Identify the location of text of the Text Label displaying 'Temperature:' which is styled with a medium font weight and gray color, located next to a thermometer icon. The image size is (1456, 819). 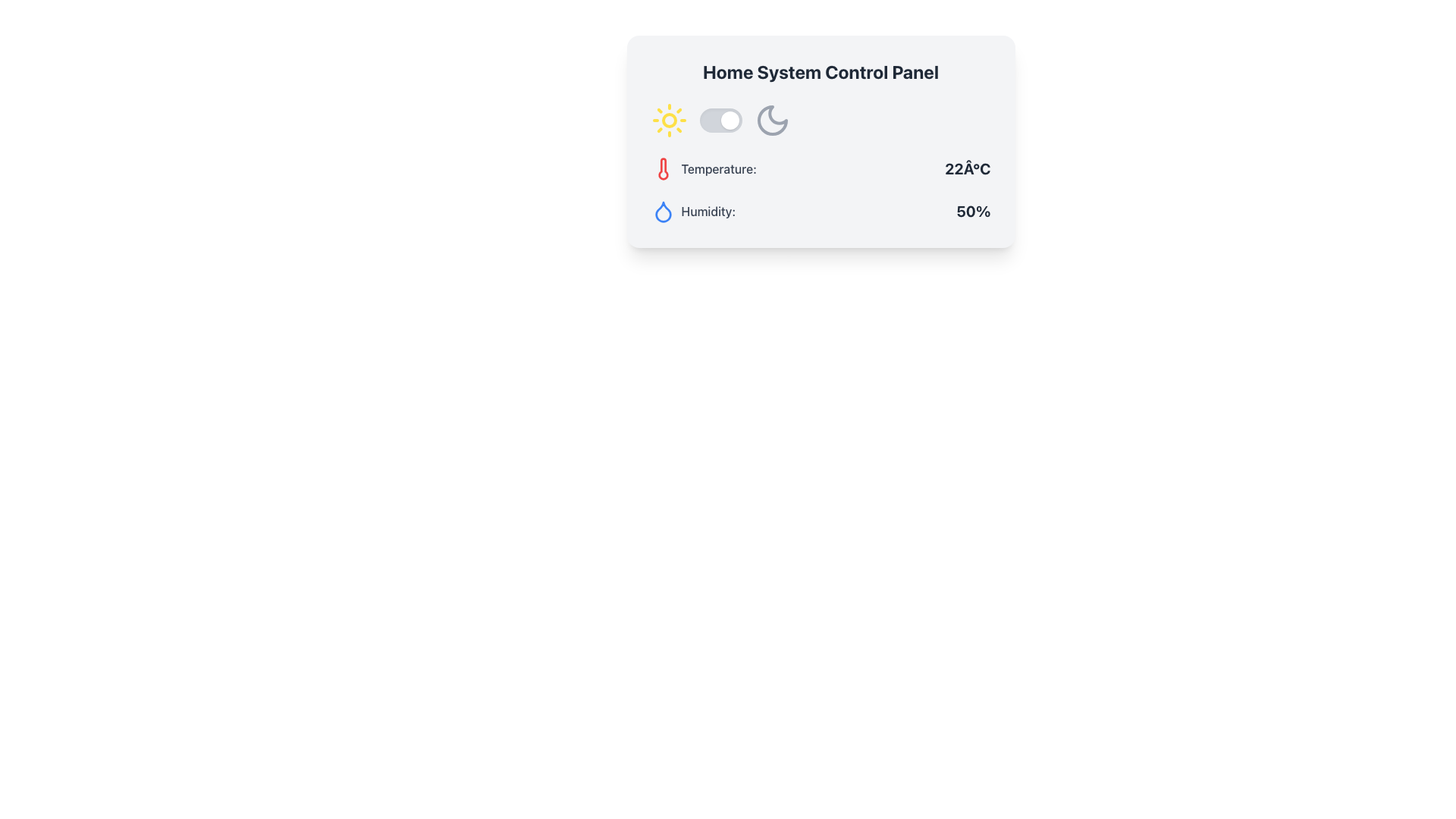
(718, 169).